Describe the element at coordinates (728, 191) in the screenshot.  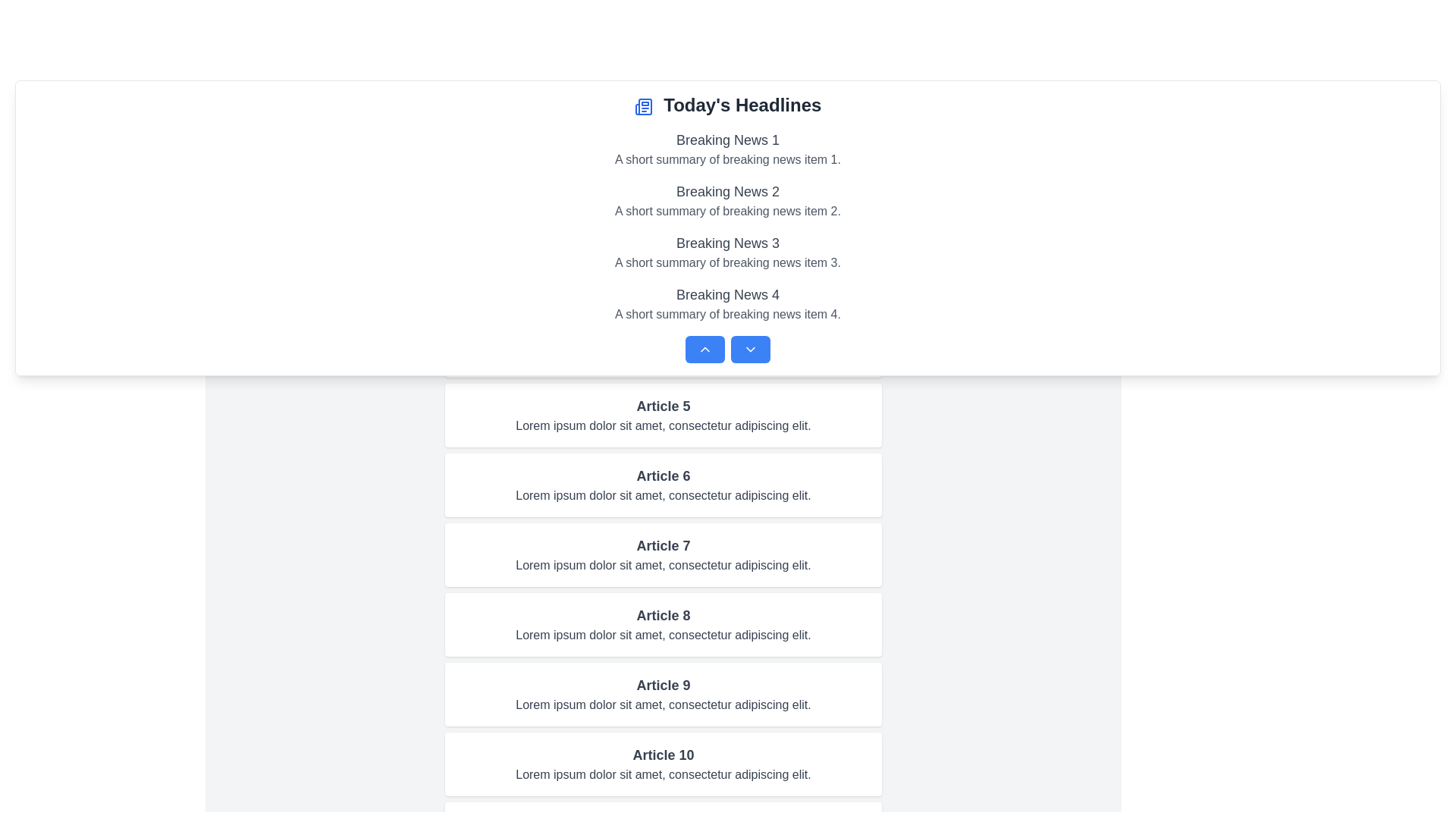
I see `text of the 'Breaking News 2' label, which is a bold, larger-sized text styled in gray, located in the upper section of the interface under 'Today's Headlines'` at that location.